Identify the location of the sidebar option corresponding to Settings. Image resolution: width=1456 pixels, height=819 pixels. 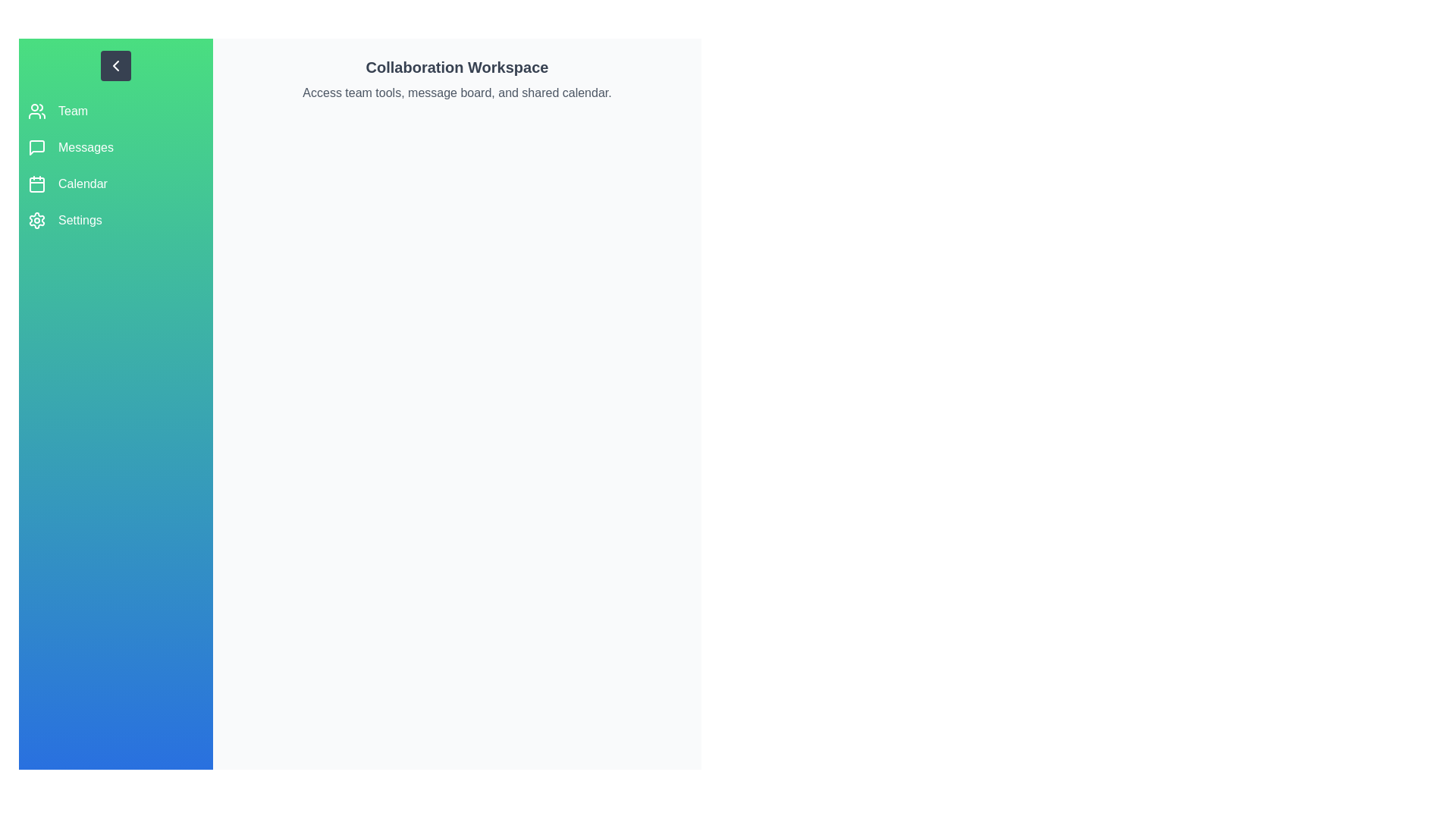
(115, 220).